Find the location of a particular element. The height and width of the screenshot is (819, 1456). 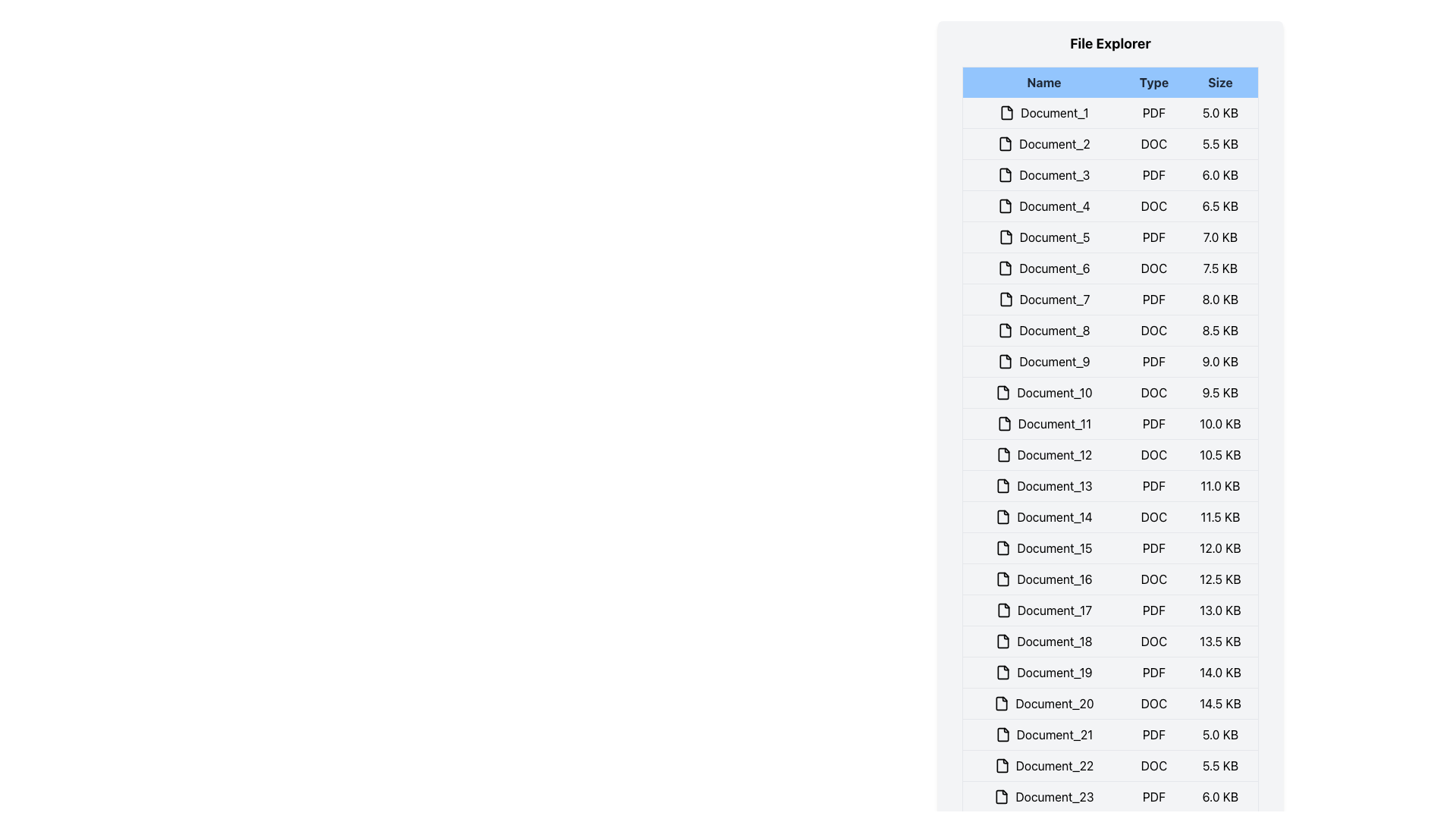

the third row of the file explorer, which displays the file name 'Document_3', file type 'PDF', and file size '6.0 KB', to see file options is located at coordinates (1110, 174).